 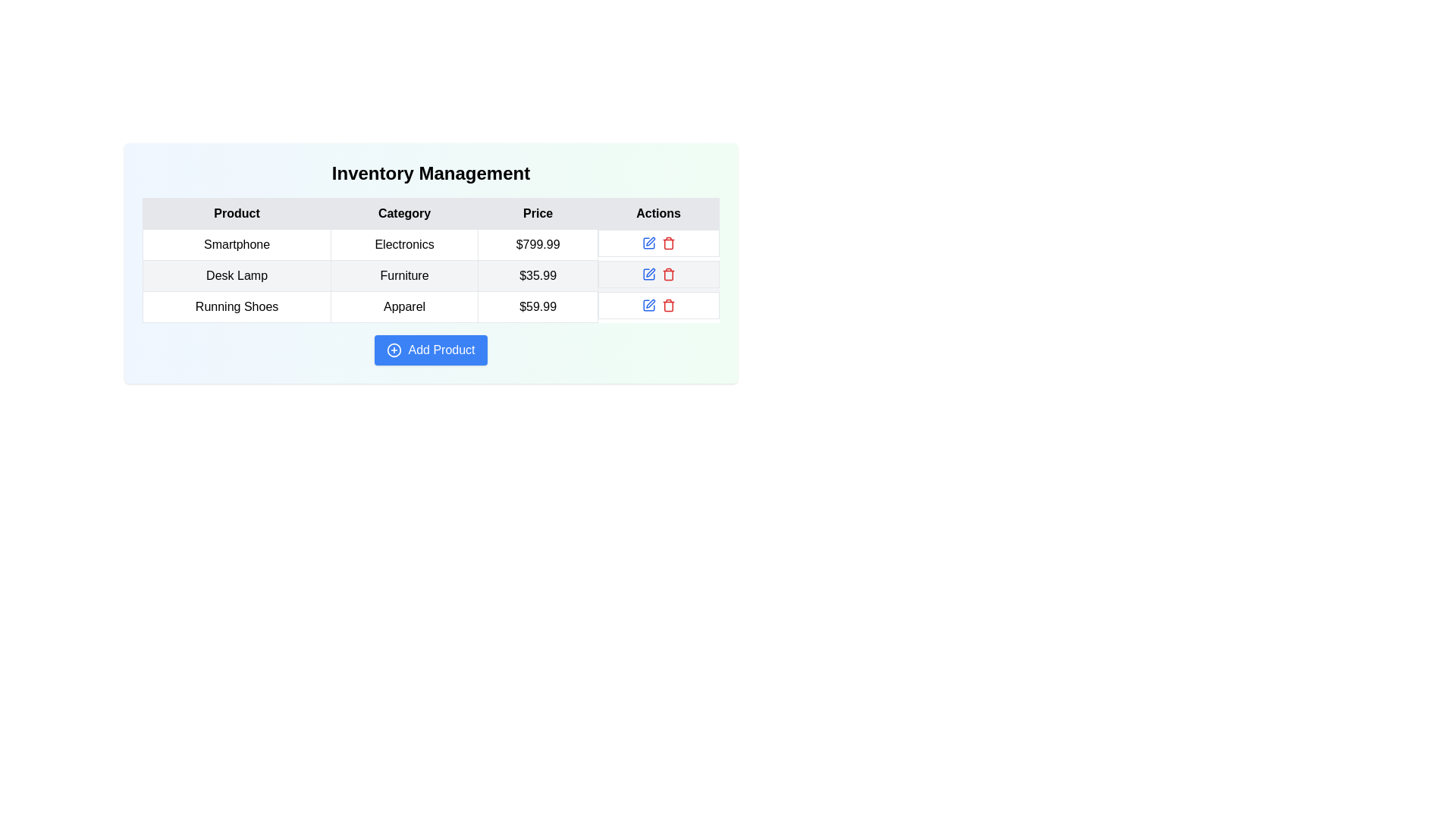 What do you see at coordinates (667, 243) in the screenshot?
I see `the trash bin icon in the third row of the 'Actions' column, which is associated with the 'Running Shoes' entry, to indicate the delete action` at bounding box center [667, 243].